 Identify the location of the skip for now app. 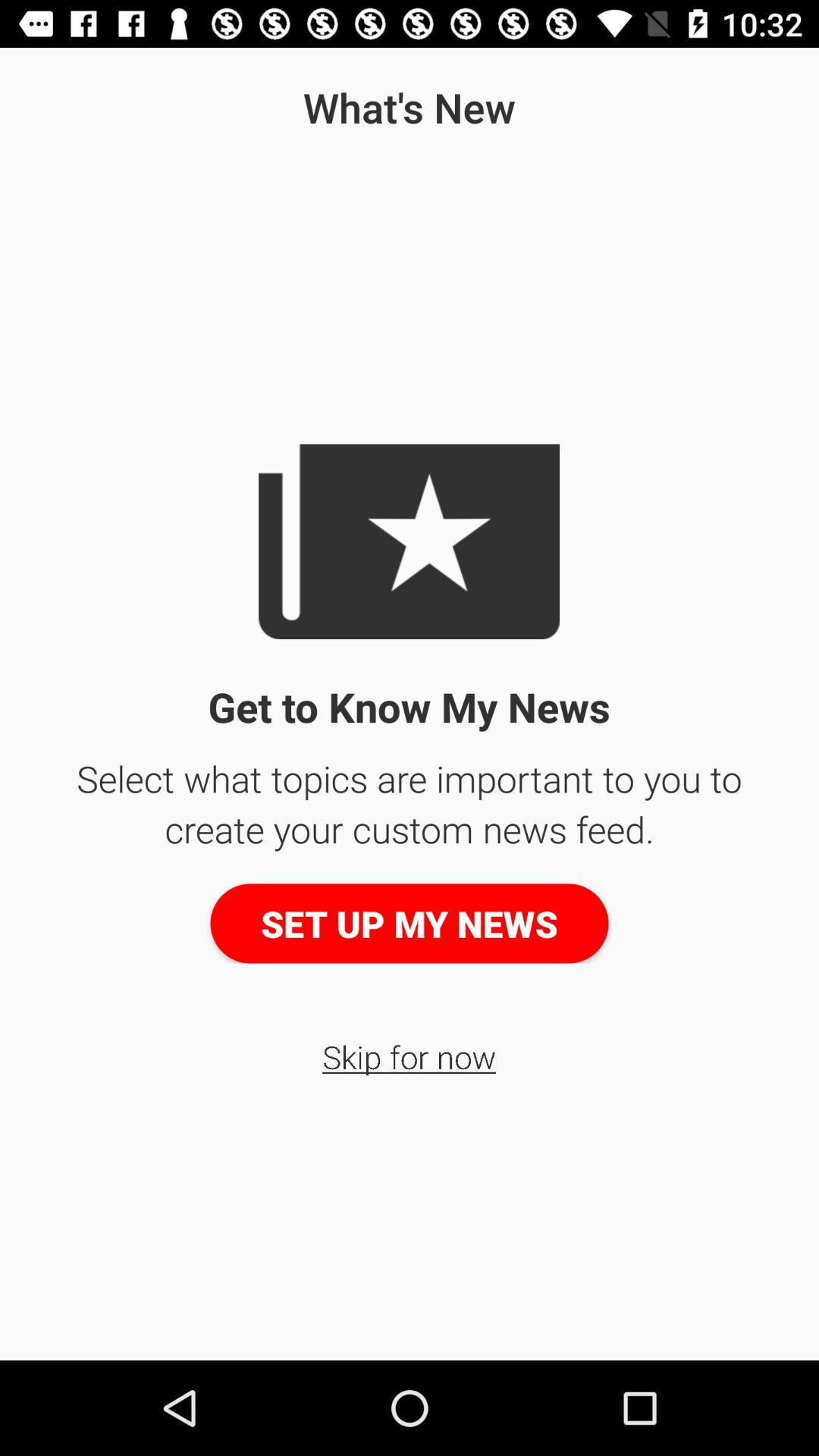
(408, 1056).